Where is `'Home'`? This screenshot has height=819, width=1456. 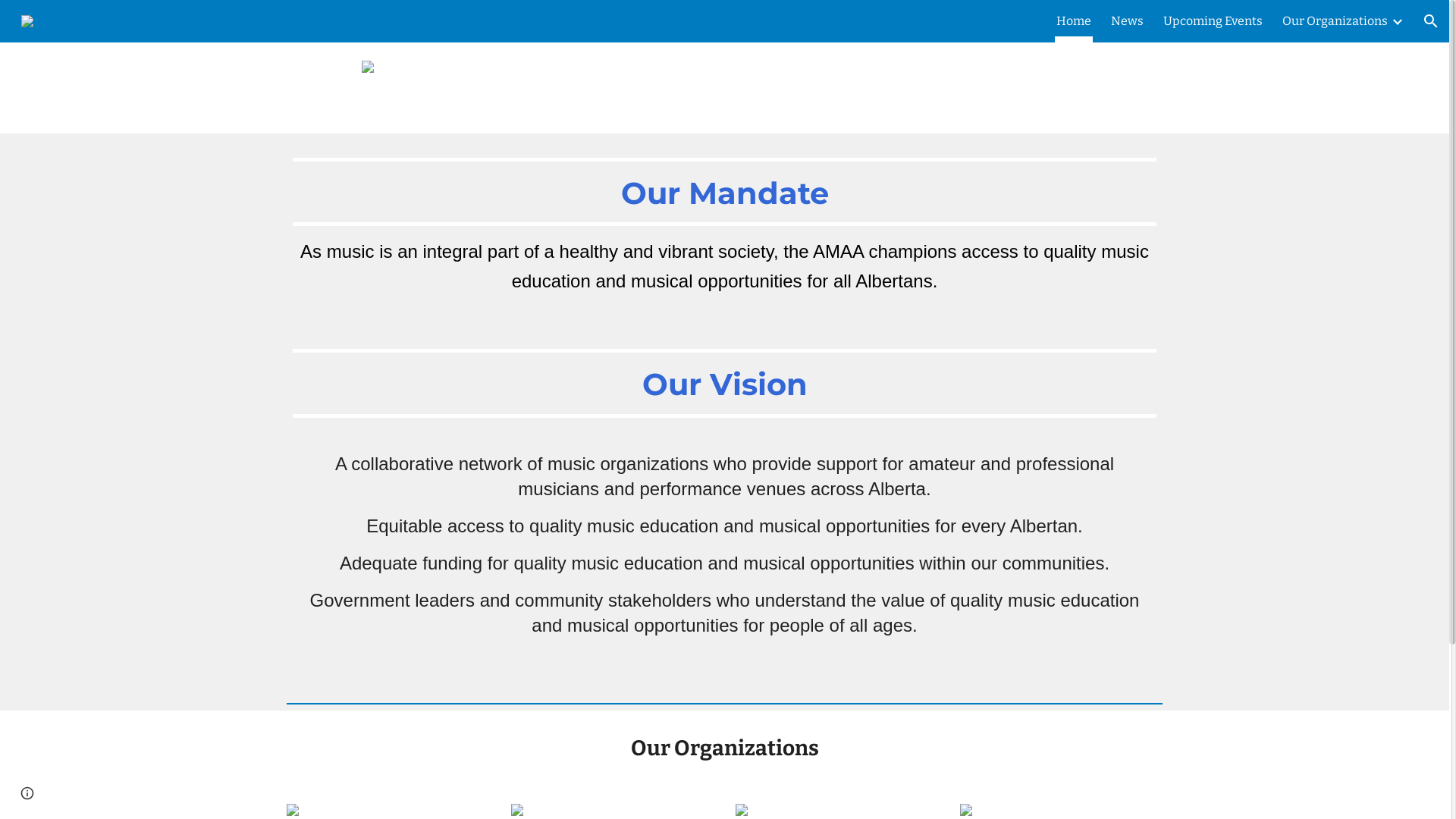 'Home' is located at coordinates (1073, 20).